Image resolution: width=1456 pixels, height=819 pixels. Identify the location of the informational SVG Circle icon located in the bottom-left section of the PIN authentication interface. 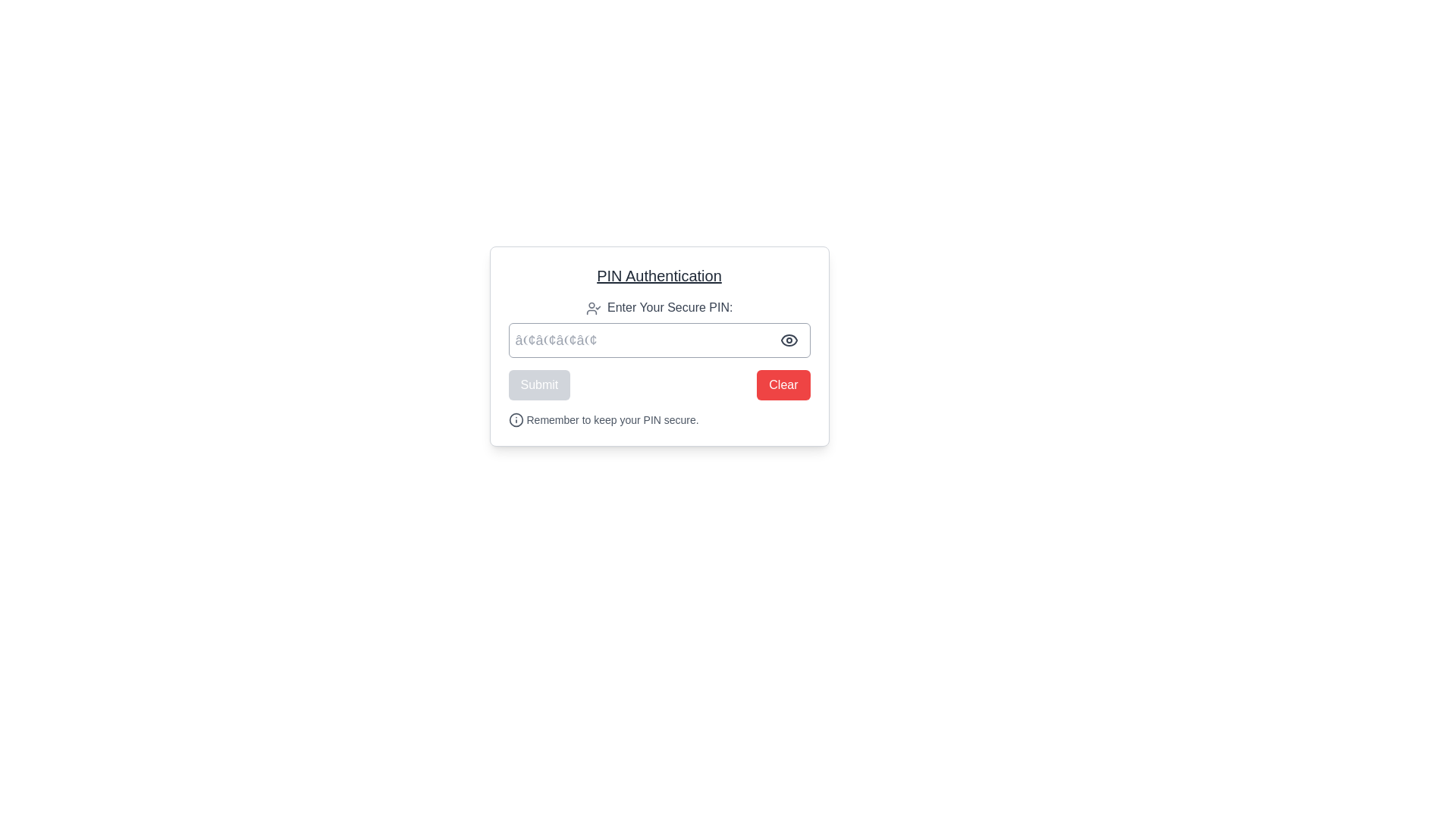
(516, 420).